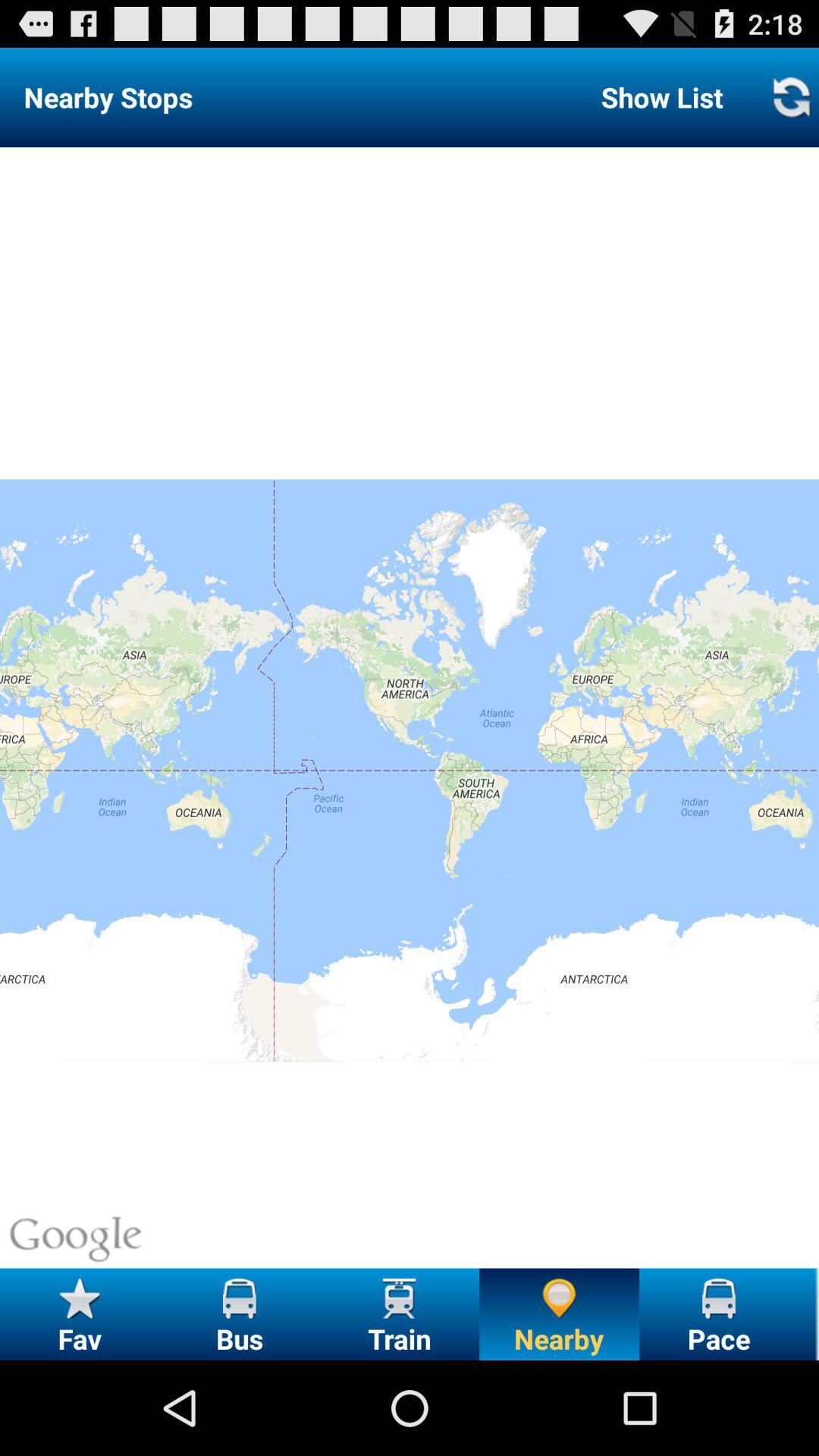 Image resolution: width=819 pixels, height=1456 pixels. Describe the element at coordinates (409, 707) in the screenshot. I see `the item at the center` at that location.